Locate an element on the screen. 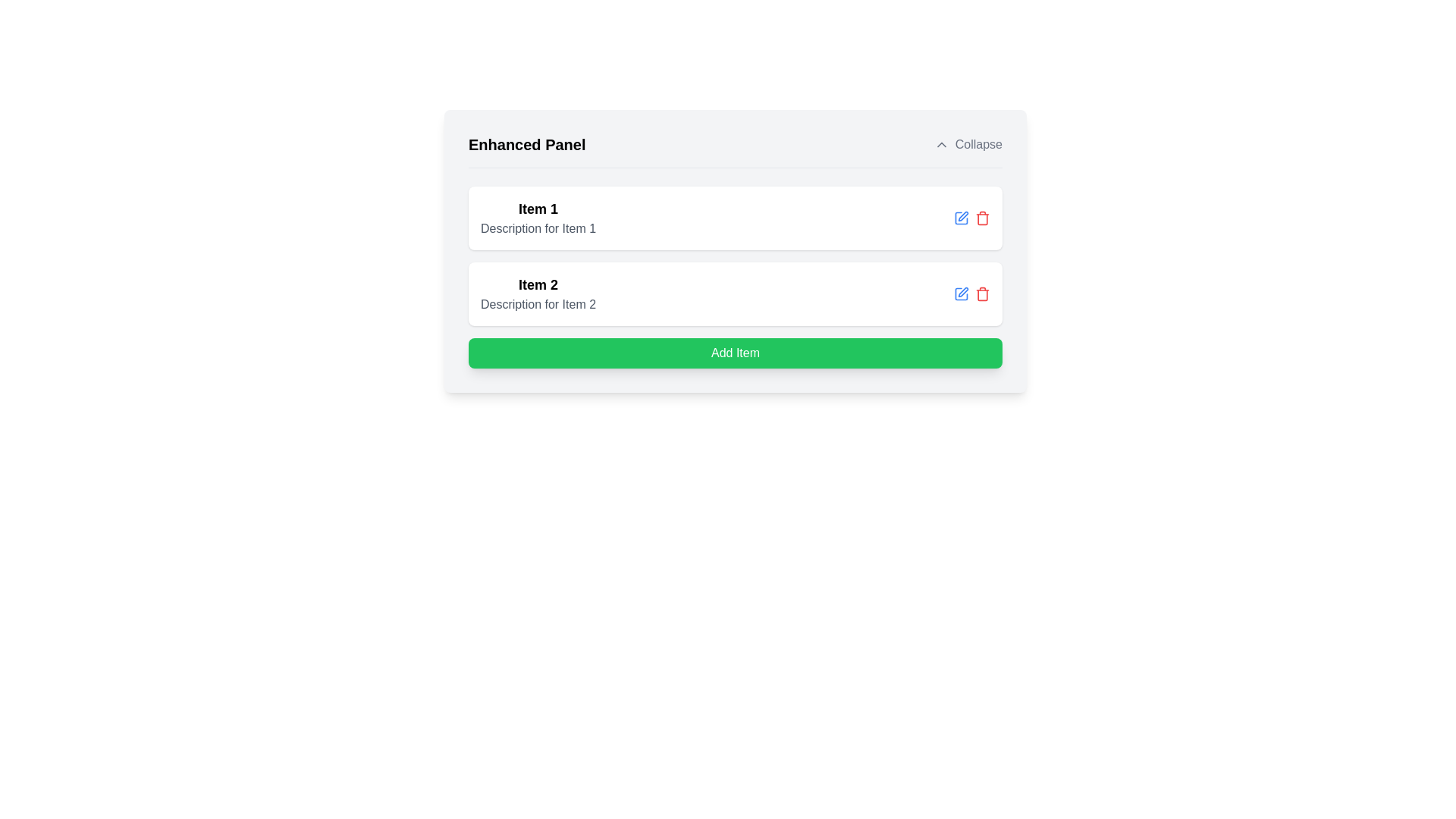  the 'Enhanced Panel' textual header, which is bold and larger in font size, located at the top-left corner of its section is located at coordinates (527, 145).